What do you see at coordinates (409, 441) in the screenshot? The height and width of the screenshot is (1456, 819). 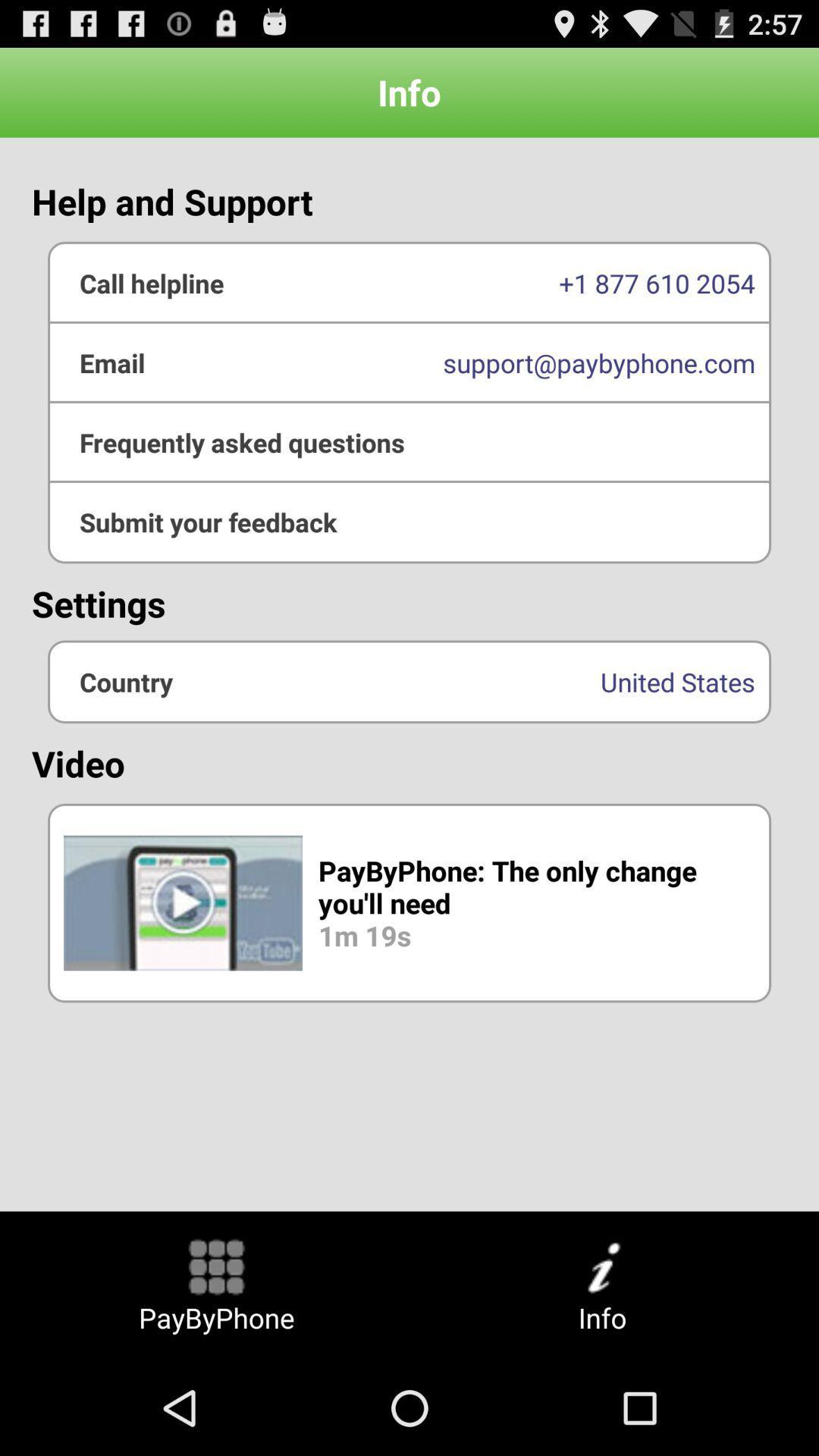 I see `frequently asked questions` at bounding box center [409, 441].